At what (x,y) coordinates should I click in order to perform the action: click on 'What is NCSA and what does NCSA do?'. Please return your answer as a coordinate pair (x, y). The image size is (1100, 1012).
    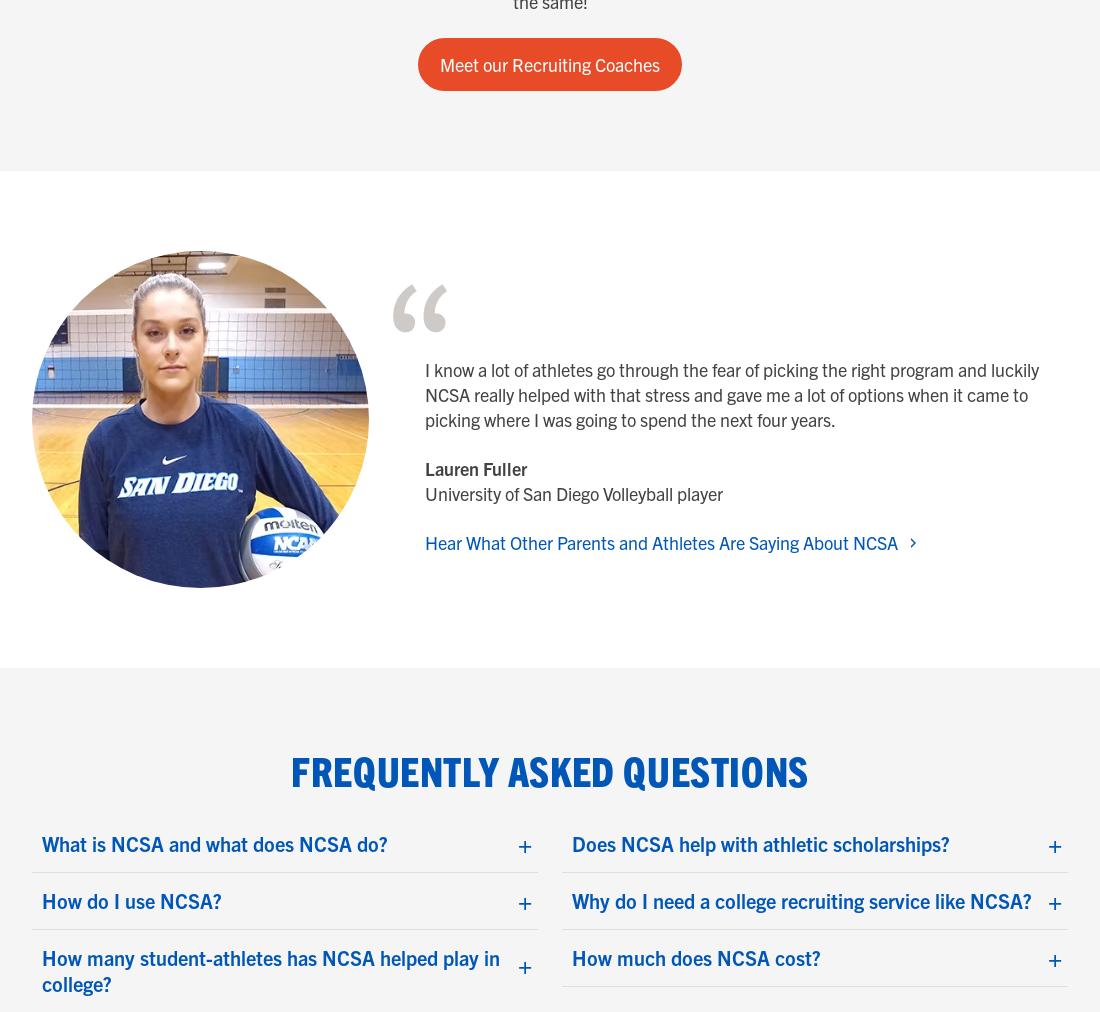
    Looking at the image, I should click on (215, 842).